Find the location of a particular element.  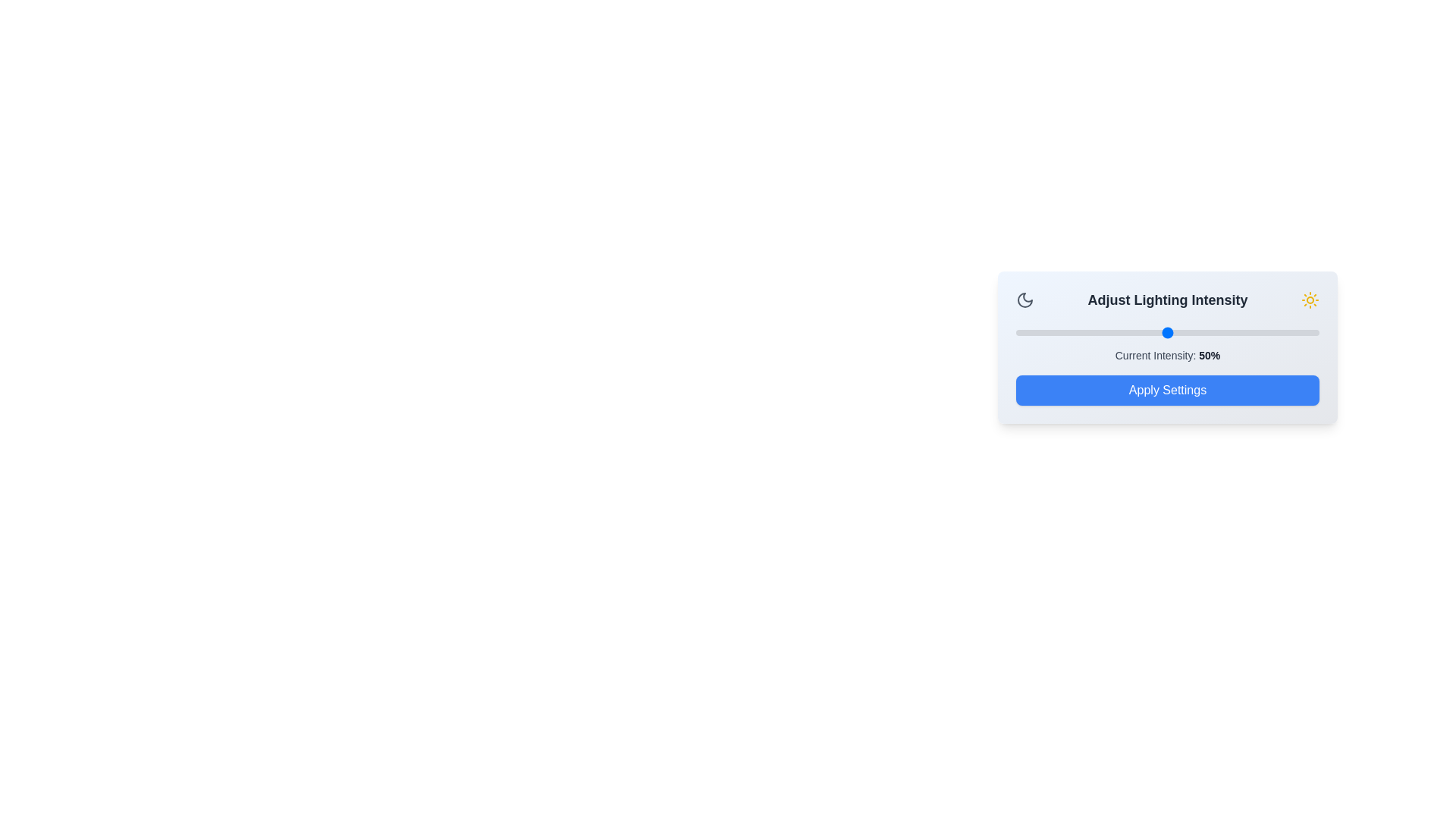

the moon icon for interaction is located at coordinates (1025, 300).